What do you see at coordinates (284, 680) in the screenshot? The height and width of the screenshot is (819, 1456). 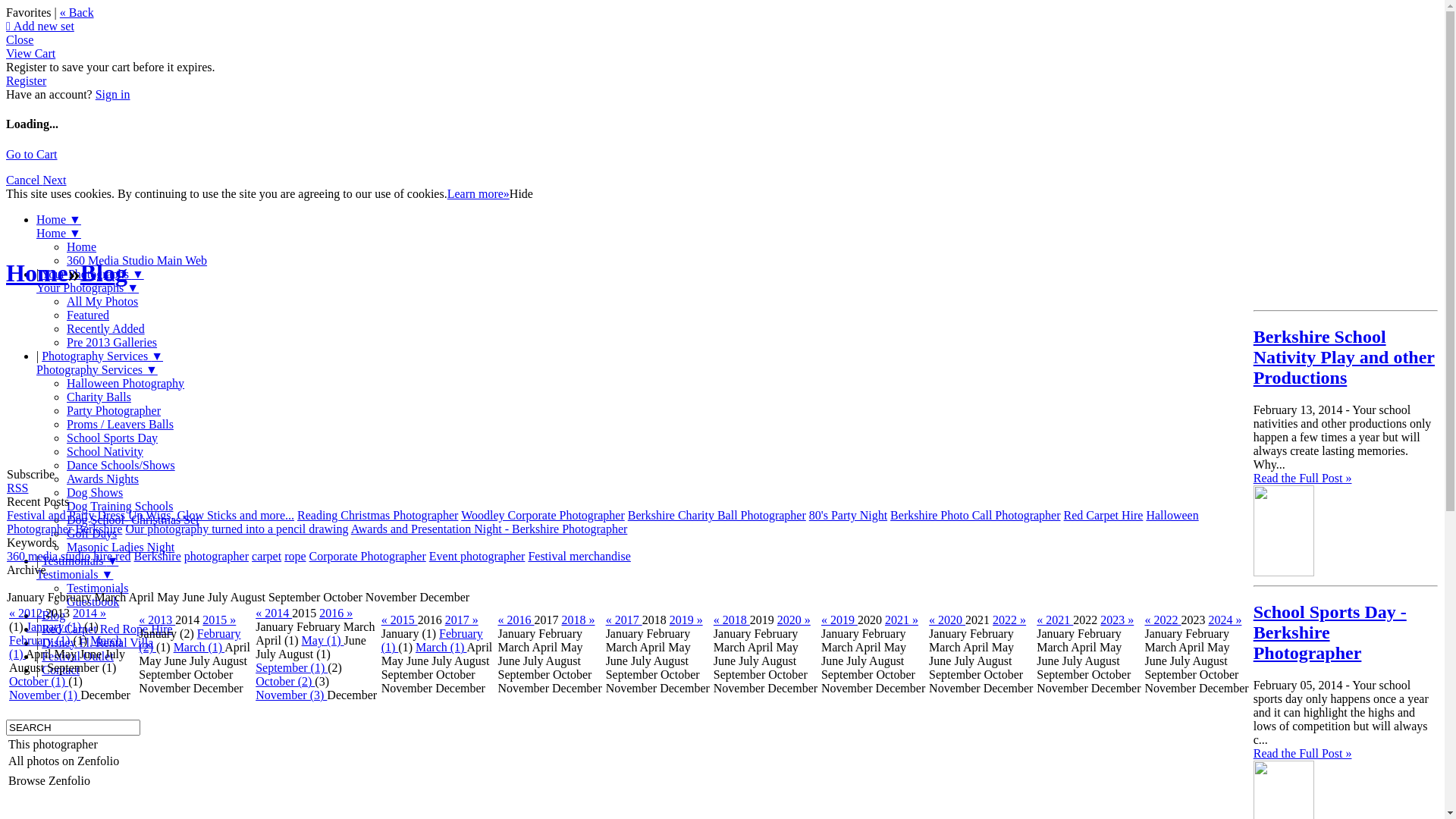 I see `'October (2)'` at bounding box center [284, 680].